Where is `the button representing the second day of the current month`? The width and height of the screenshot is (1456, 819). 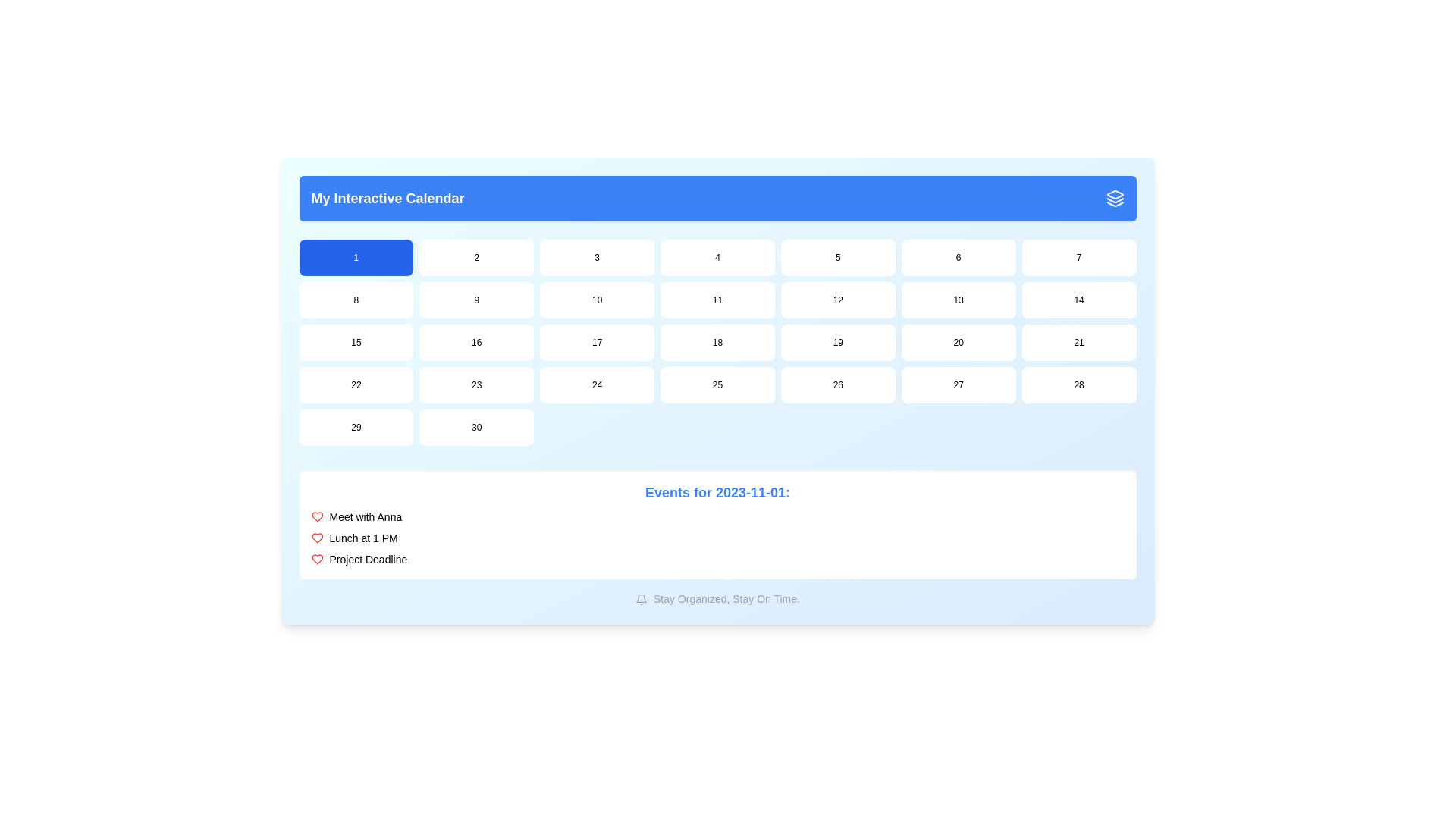 the button representing the second day of the current month is located at coordinates (475, 256).